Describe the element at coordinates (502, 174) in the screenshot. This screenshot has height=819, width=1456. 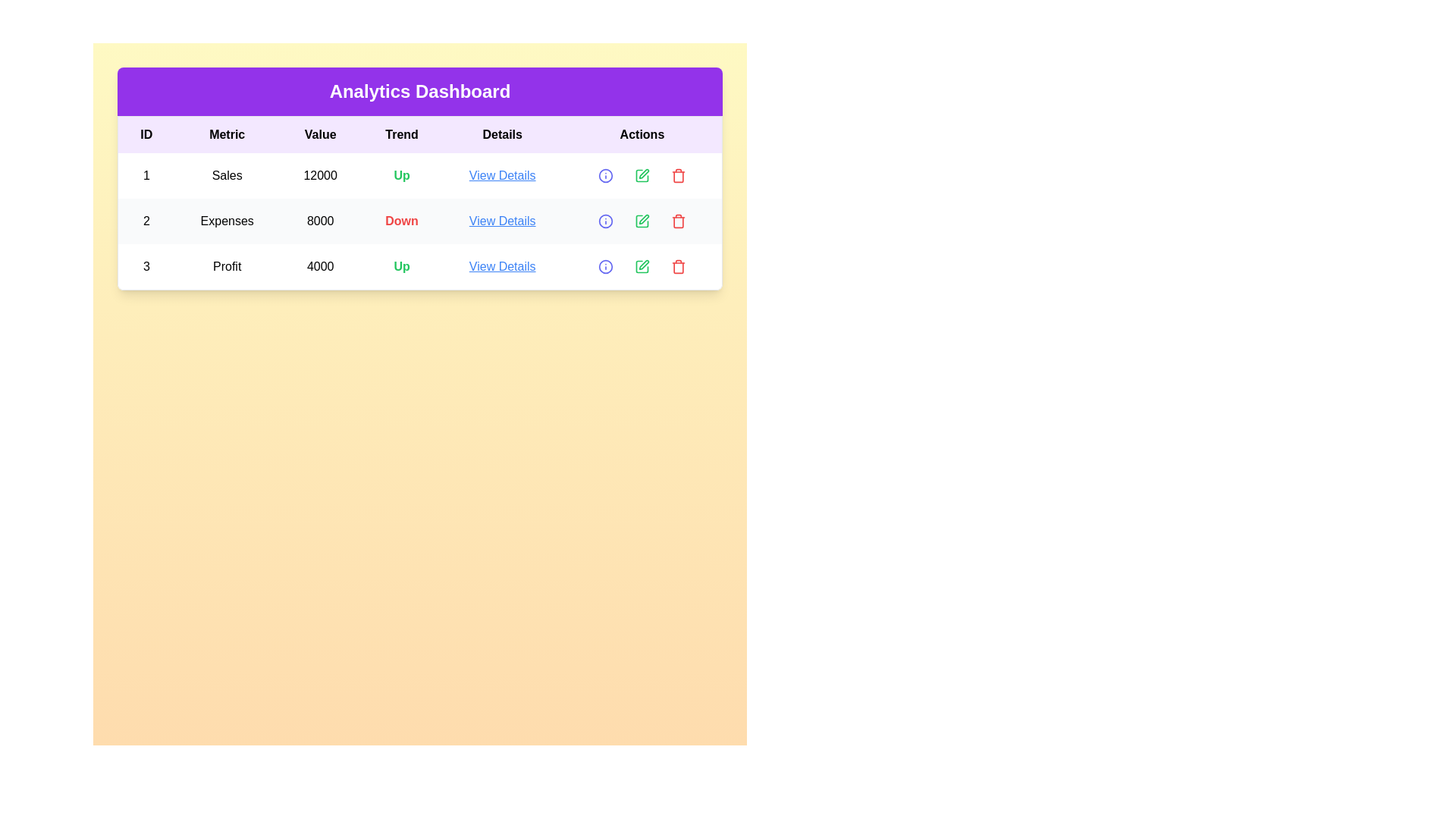
I see `the 'View Details' hyperlink, which is a blue underlined text link located in the first row under the 'Details' column of the table` at that location.